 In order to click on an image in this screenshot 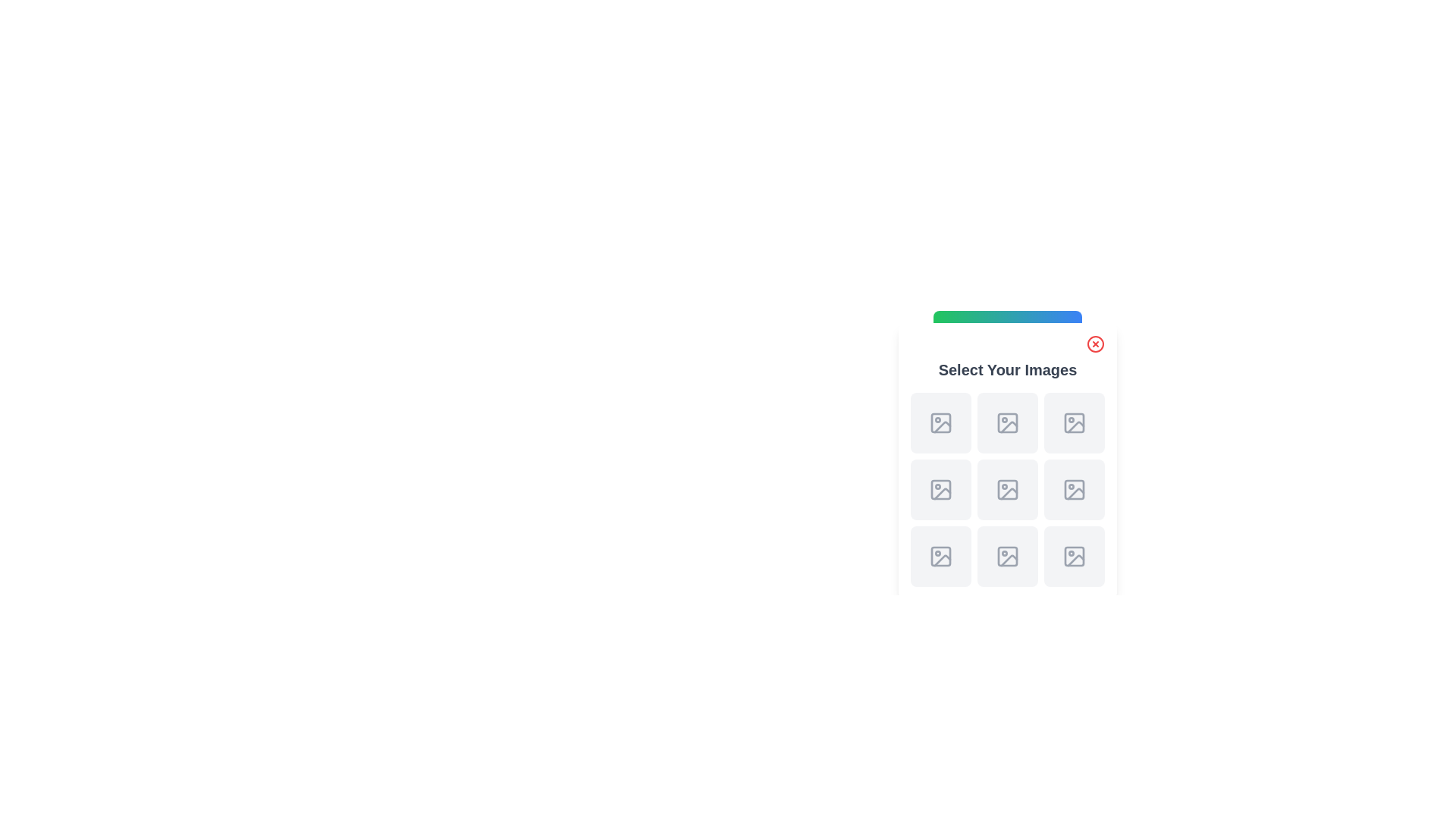, I will do `click(940, 423)`.